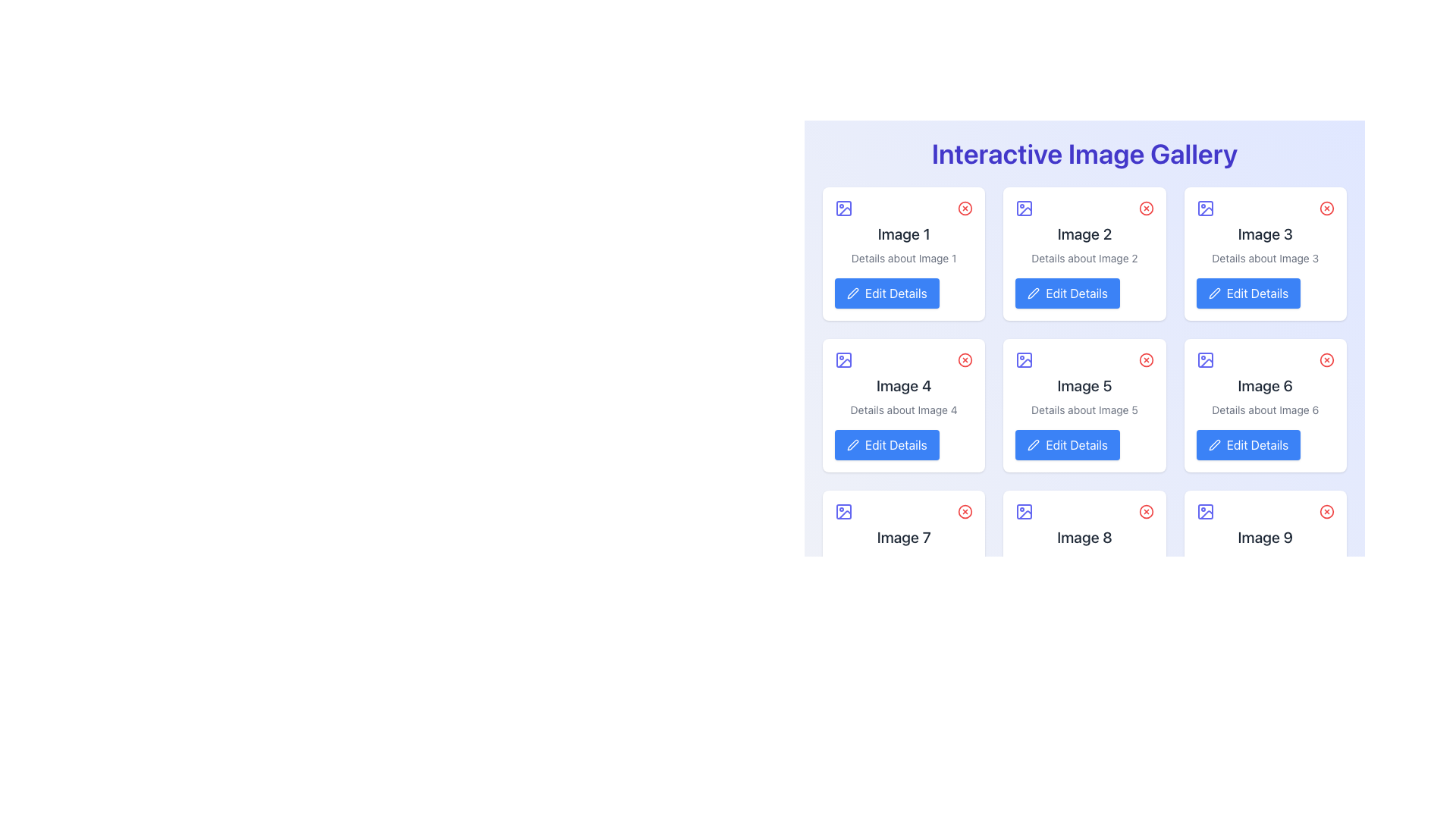 This screenshot has height=819, width=1456. I want to click on the delete button located at the top-right corner of the second image card, so click(1146, 208).